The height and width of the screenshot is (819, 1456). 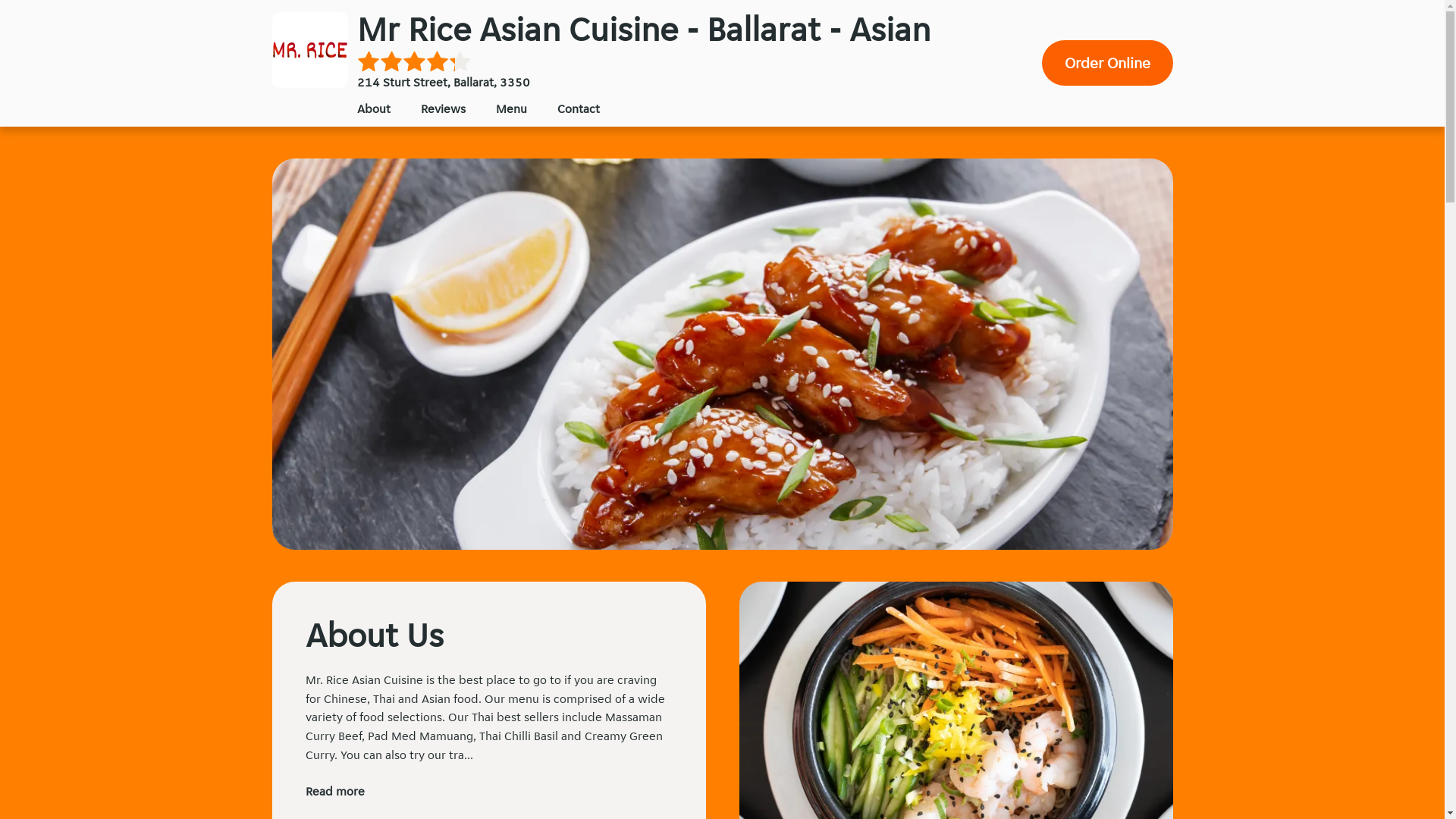 What do you see at coordinates (441, 108) in the screenshot?
I see `'Reviews'` at bounding box center [441, 108].